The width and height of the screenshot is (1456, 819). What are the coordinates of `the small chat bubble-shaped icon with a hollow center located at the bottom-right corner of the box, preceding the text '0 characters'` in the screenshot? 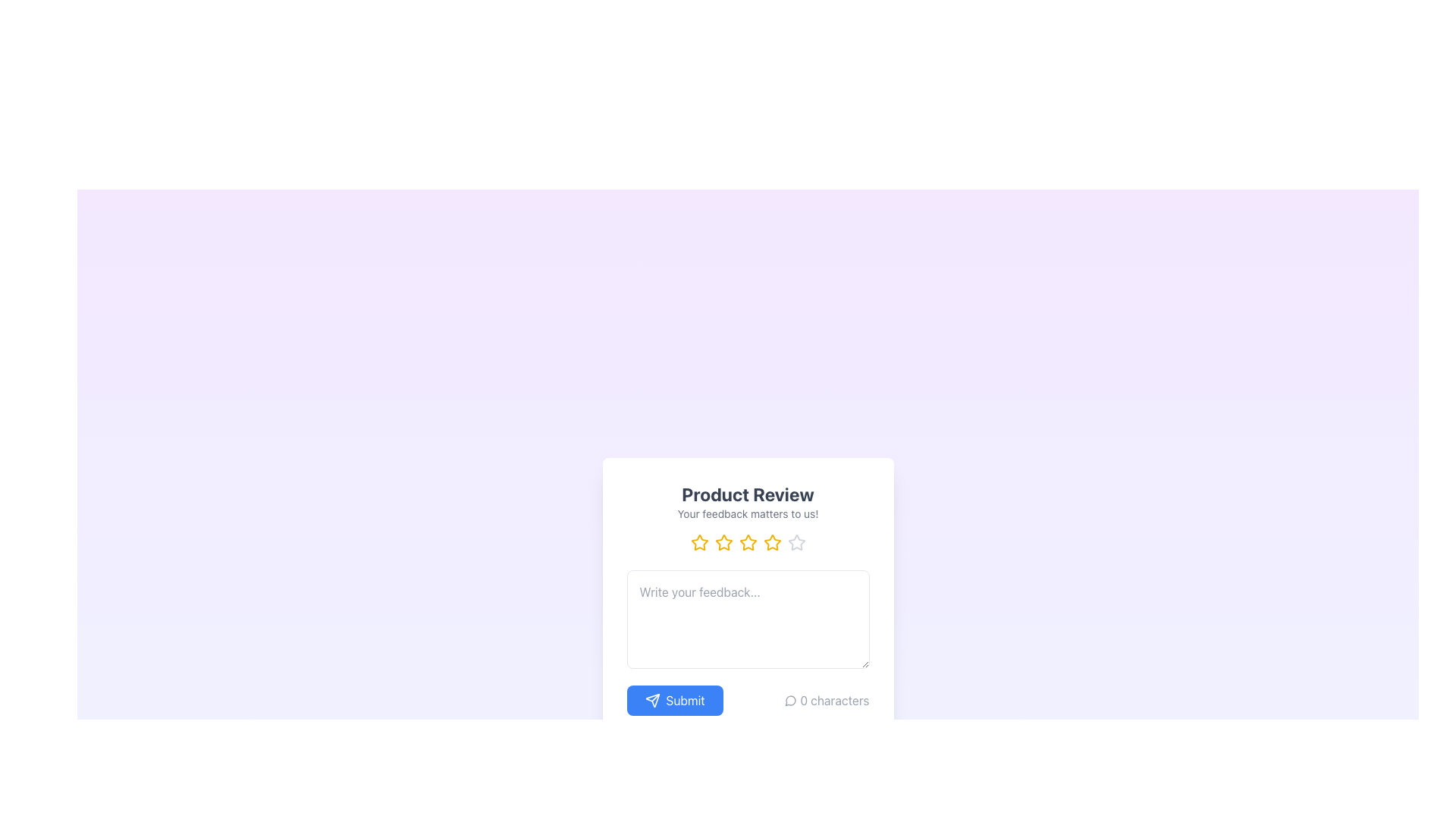 It's located at (790, 701).